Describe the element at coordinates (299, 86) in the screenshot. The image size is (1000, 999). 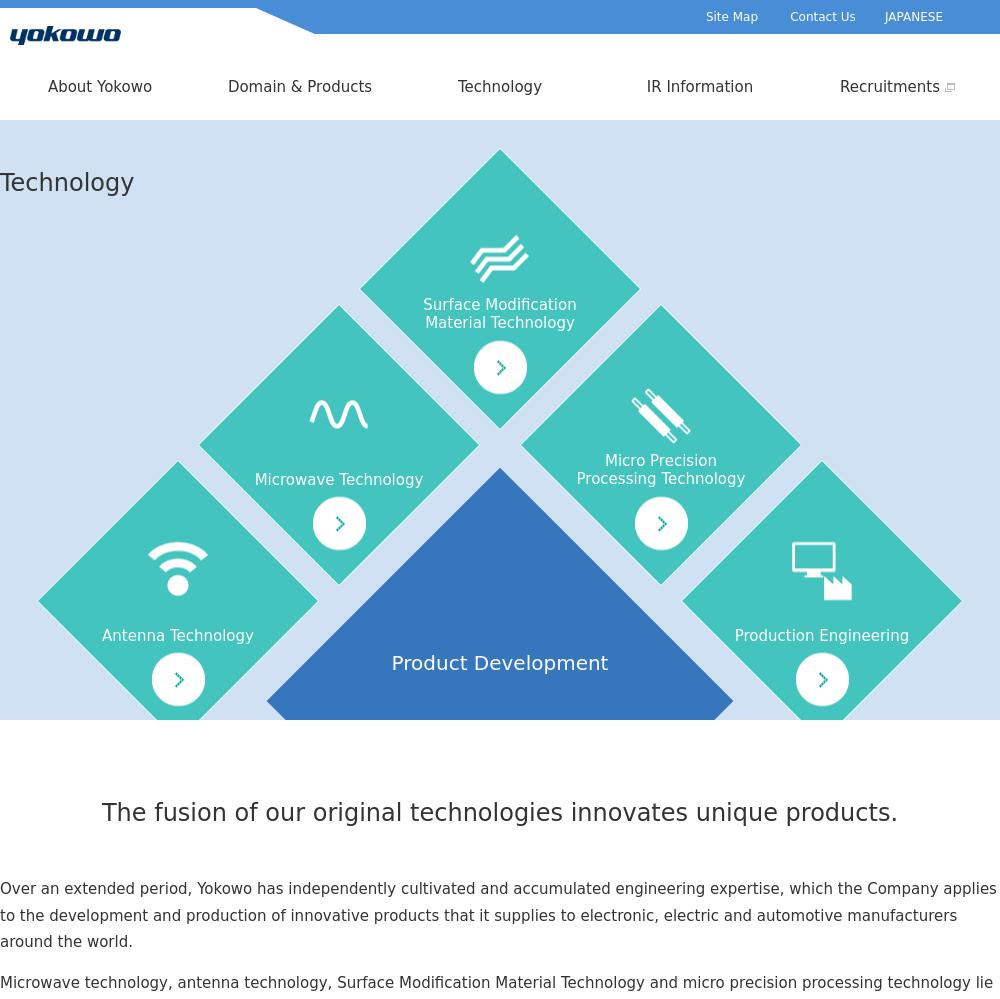
I see `'Domain & Products'` at that location.